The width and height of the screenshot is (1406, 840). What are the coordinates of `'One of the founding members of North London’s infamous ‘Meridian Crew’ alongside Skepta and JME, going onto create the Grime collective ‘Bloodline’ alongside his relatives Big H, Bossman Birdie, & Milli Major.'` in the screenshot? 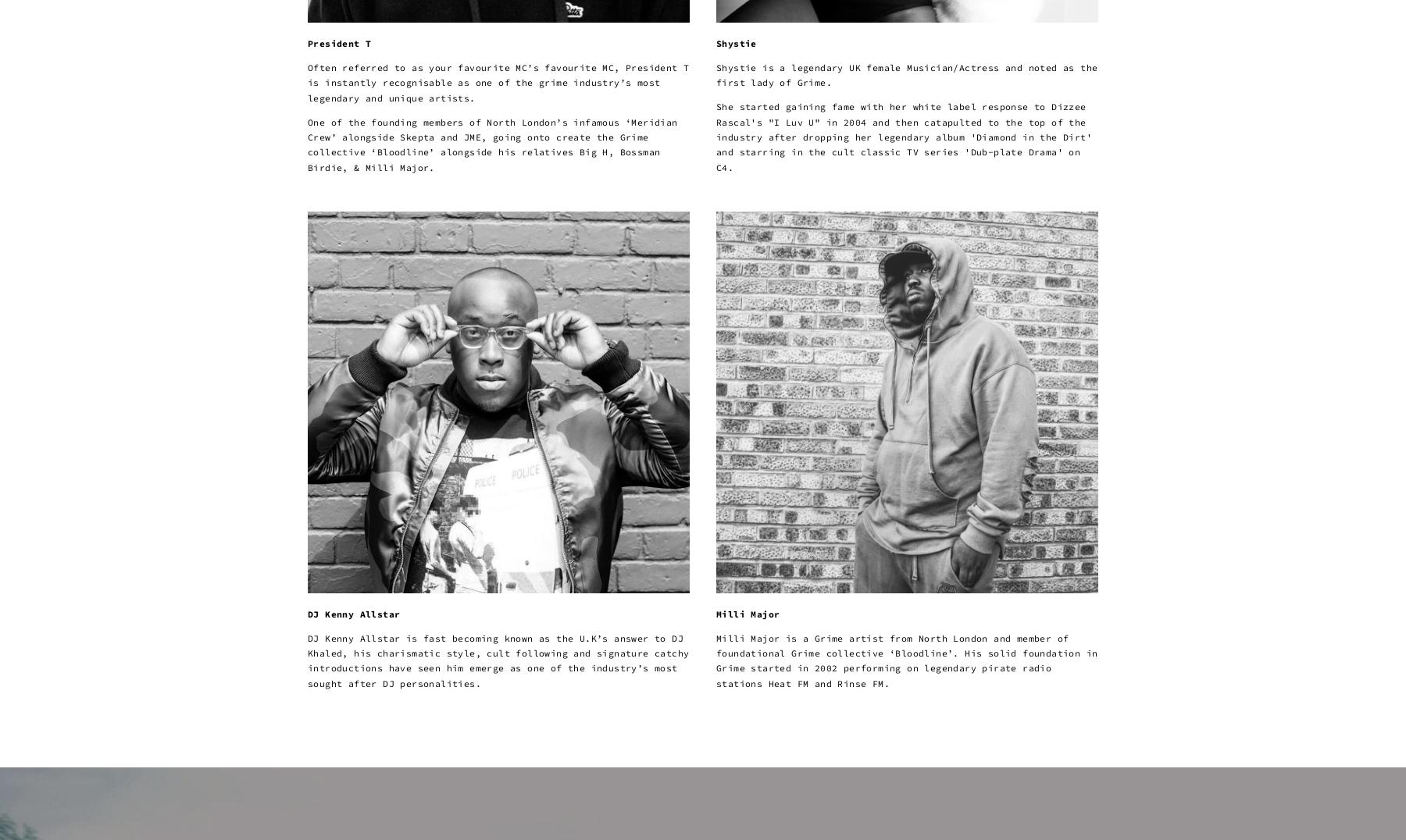 It's located at (308, 143).